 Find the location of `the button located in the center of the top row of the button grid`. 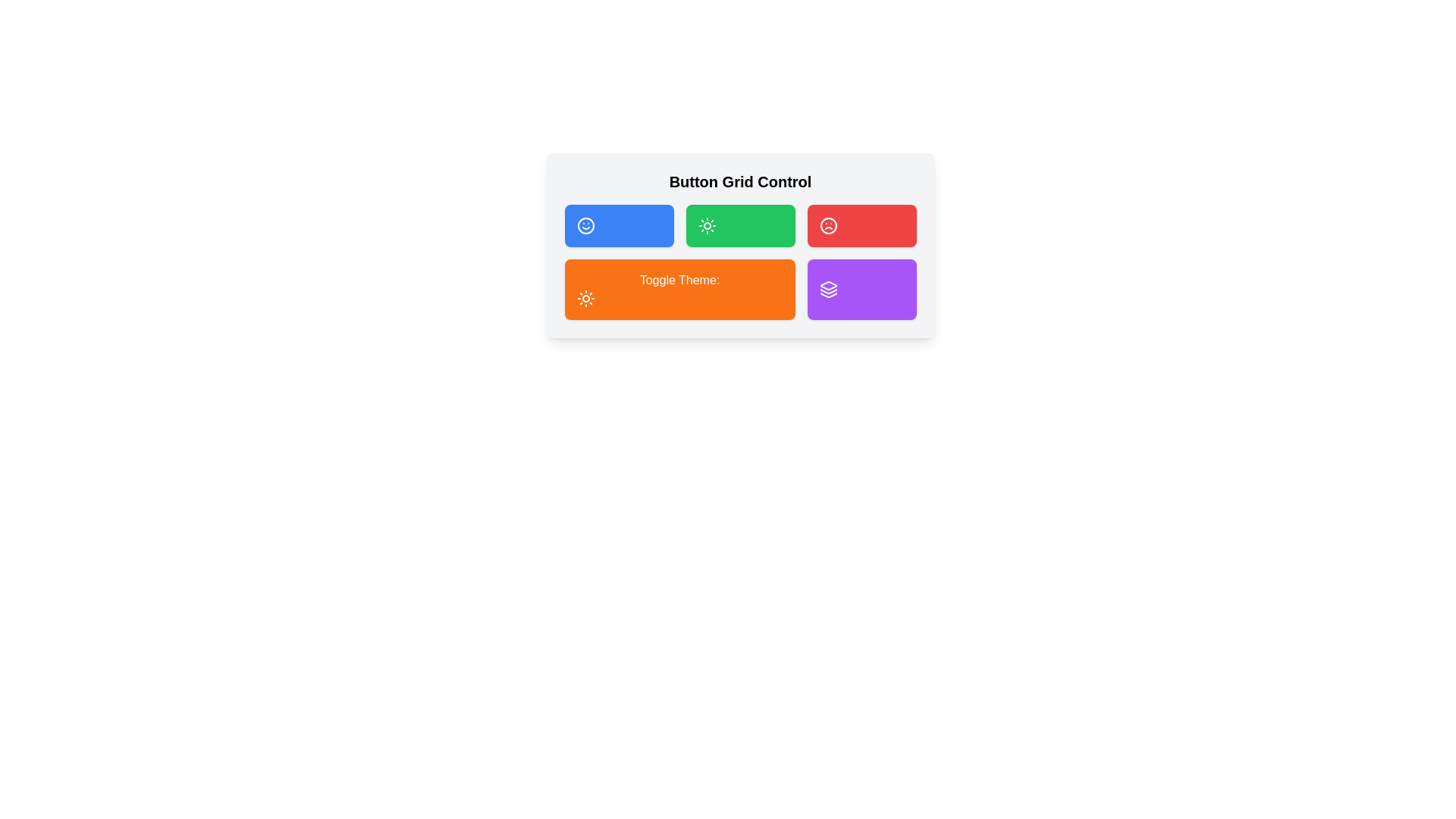

the button located in the center of the top row of the button grid is located at coordinates (740, 245).